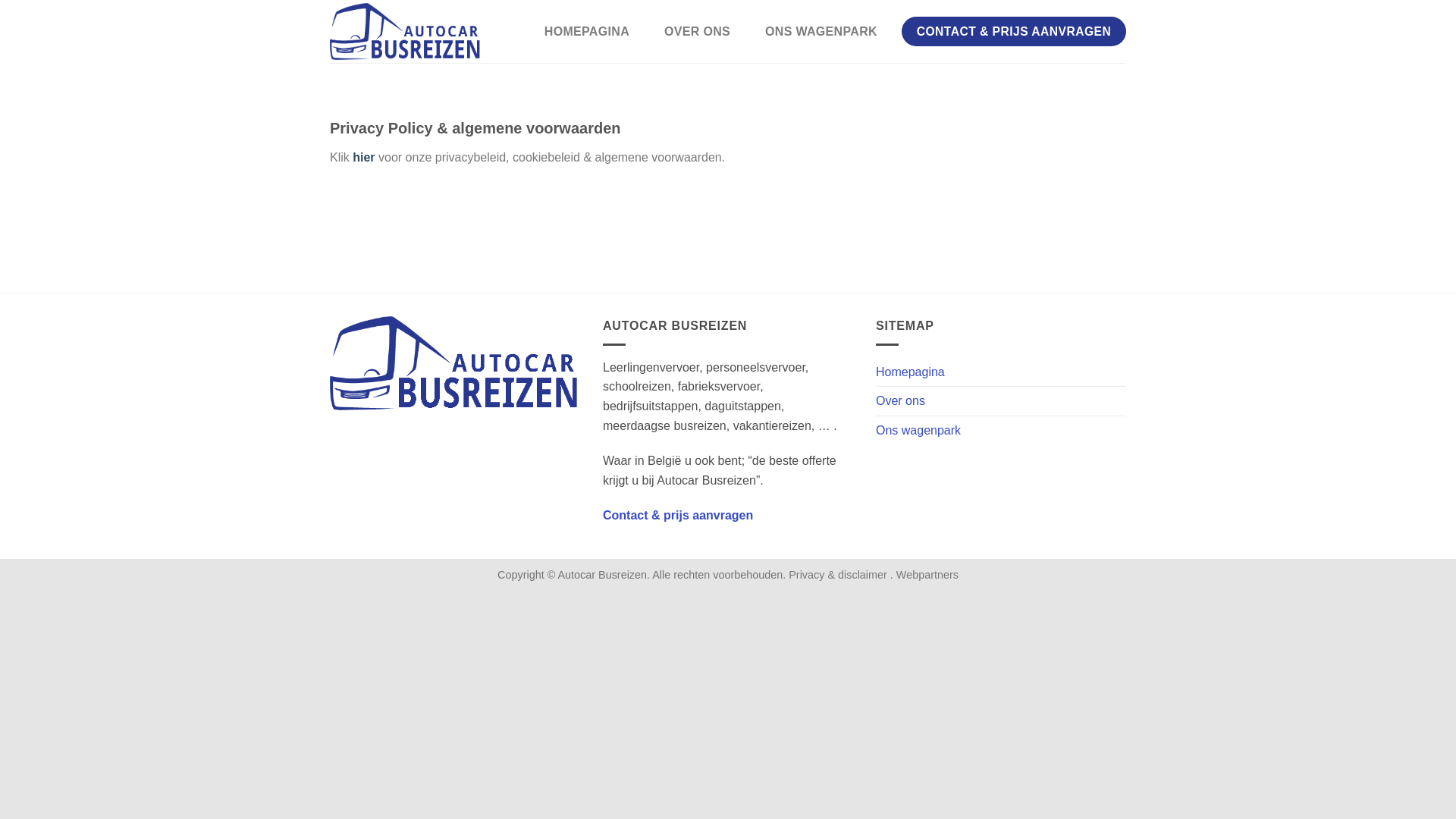 This screenshot has height=819, width=1456. I want to click on 'Contact & prijs aanvragen', so click(676, 514).